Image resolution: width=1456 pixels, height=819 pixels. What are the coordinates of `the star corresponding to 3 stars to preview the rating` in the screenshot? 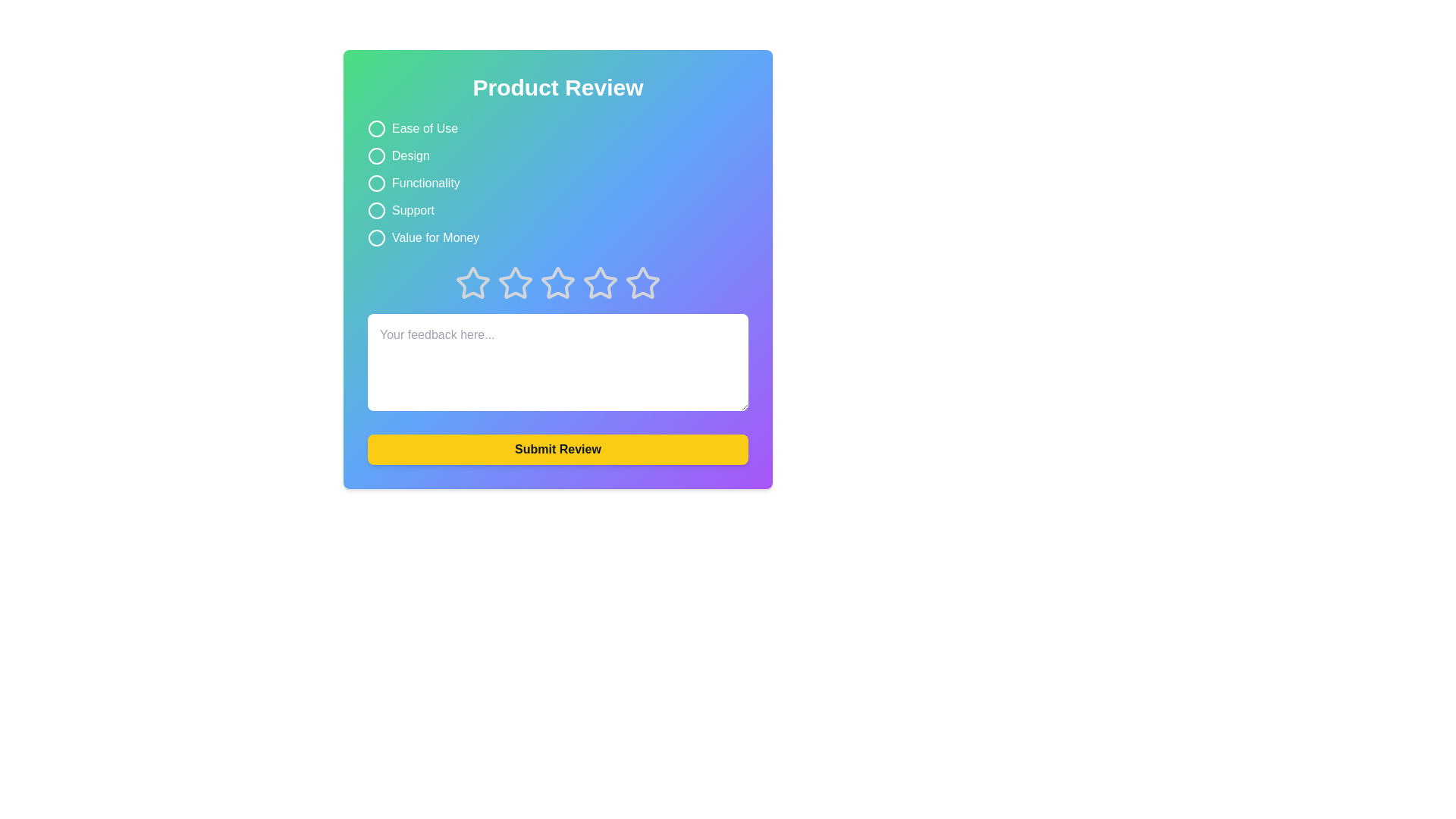 It's located at (557, 284).